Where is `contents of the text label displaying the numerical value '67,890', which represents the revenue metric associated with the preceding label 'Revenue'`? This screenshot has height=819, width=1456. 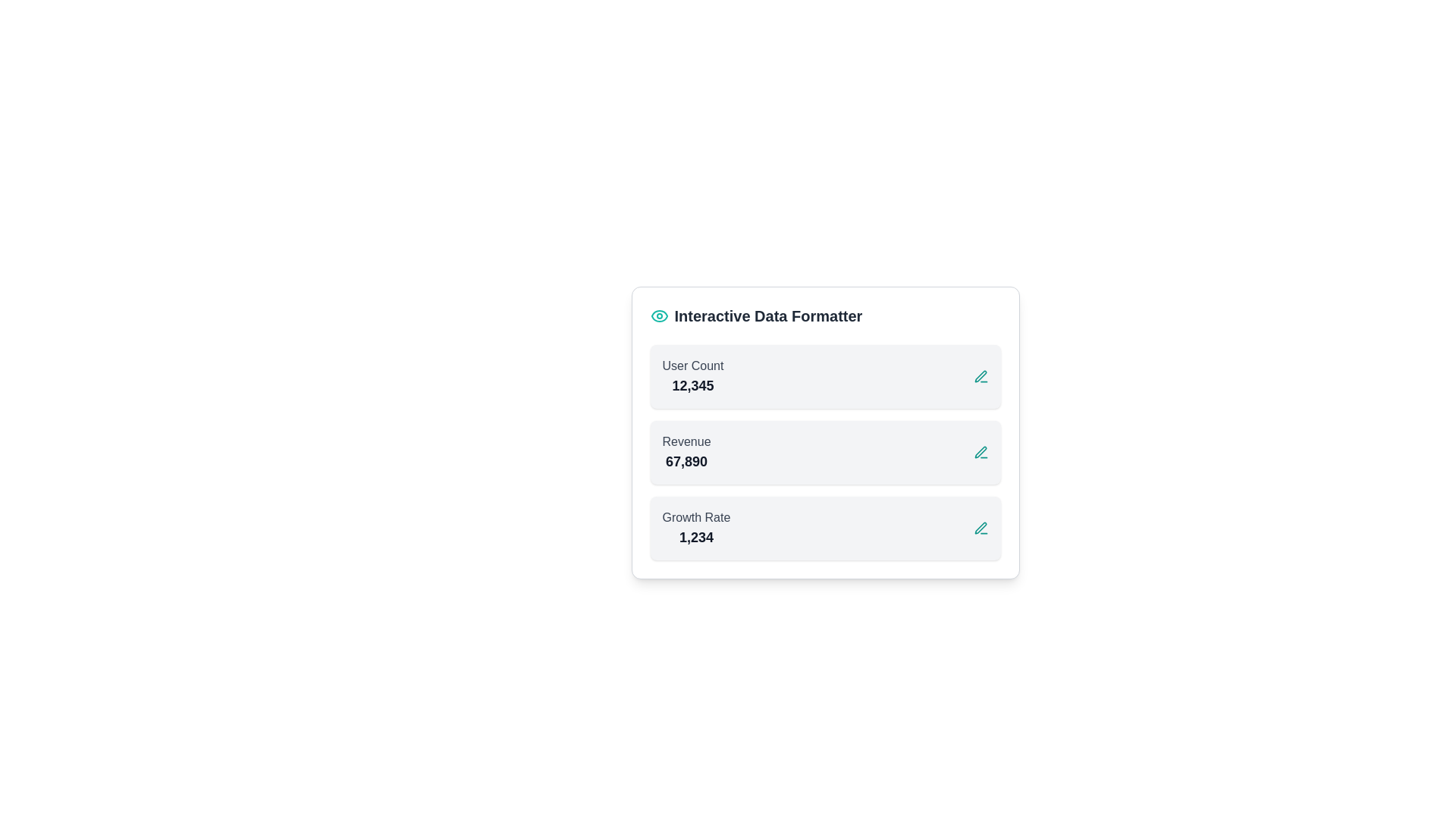
contents of the text label displaying the numerical value '67,890', which represents the revenue metric associated with the preceding label 'Revenue' is located at coordinates (686, 461).